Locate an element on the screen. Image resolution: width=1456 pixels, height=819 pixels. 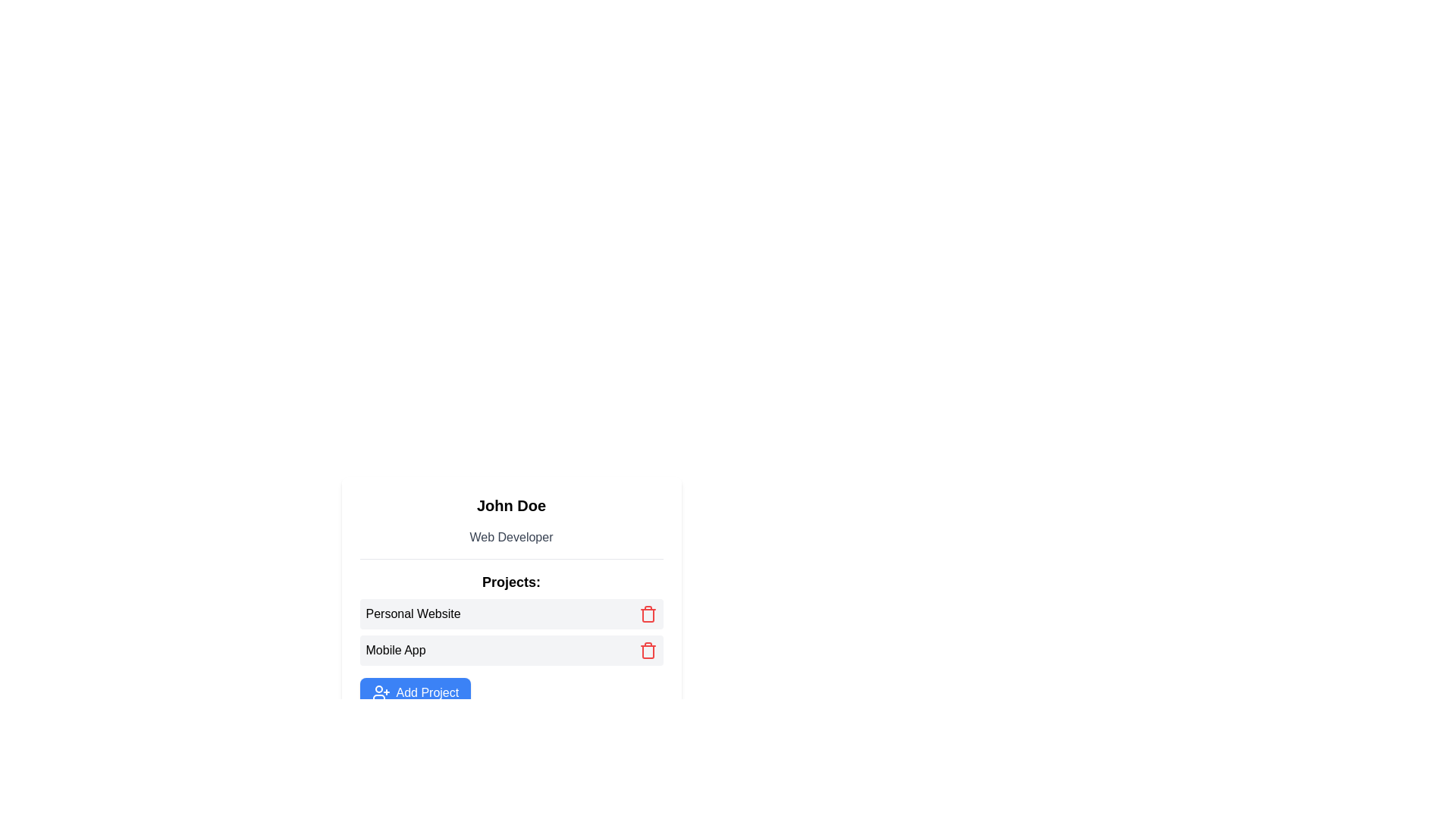
the List item labeled 'Personal Website' with a red trash icon is located at coordinates (511, 614).